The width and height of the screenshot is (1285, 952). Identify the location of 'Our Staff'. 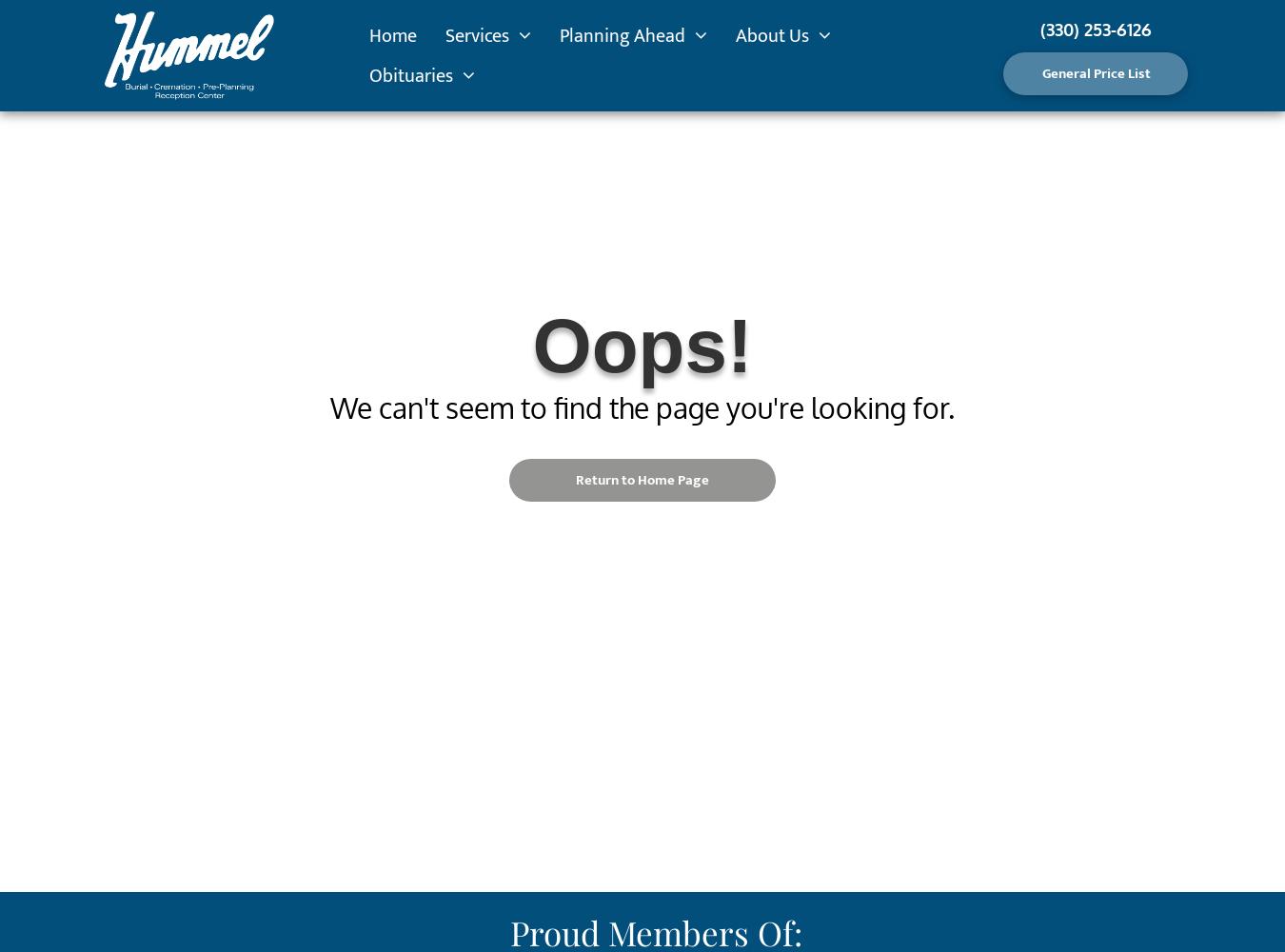
(778, 122).